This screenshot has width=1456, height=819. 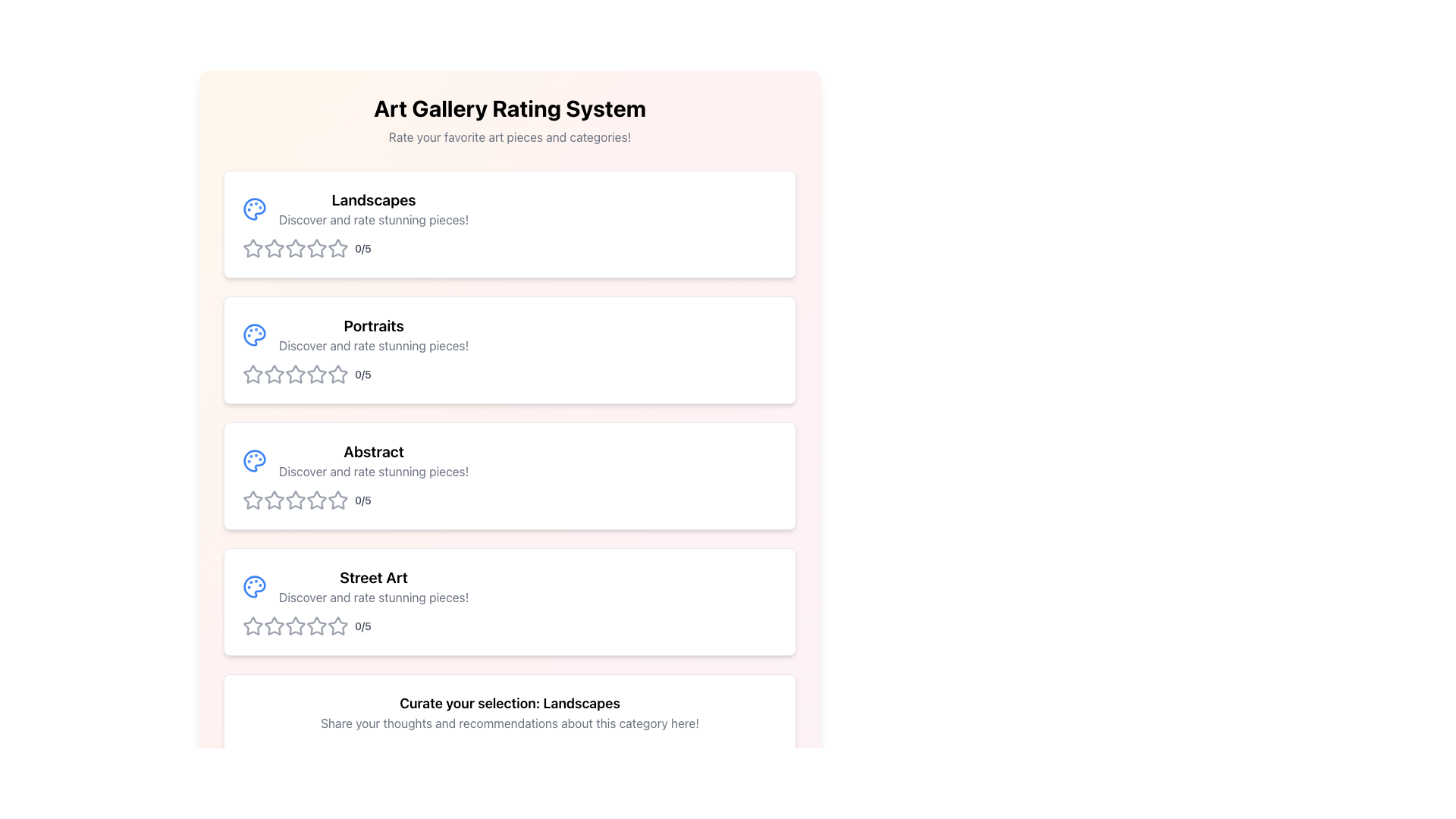 What do you see at coordinates (337, 626) in the screenshot?
I see `the fourth star in the five-star rating system for the 'Street Art' category` at bounding box center [337, 626].